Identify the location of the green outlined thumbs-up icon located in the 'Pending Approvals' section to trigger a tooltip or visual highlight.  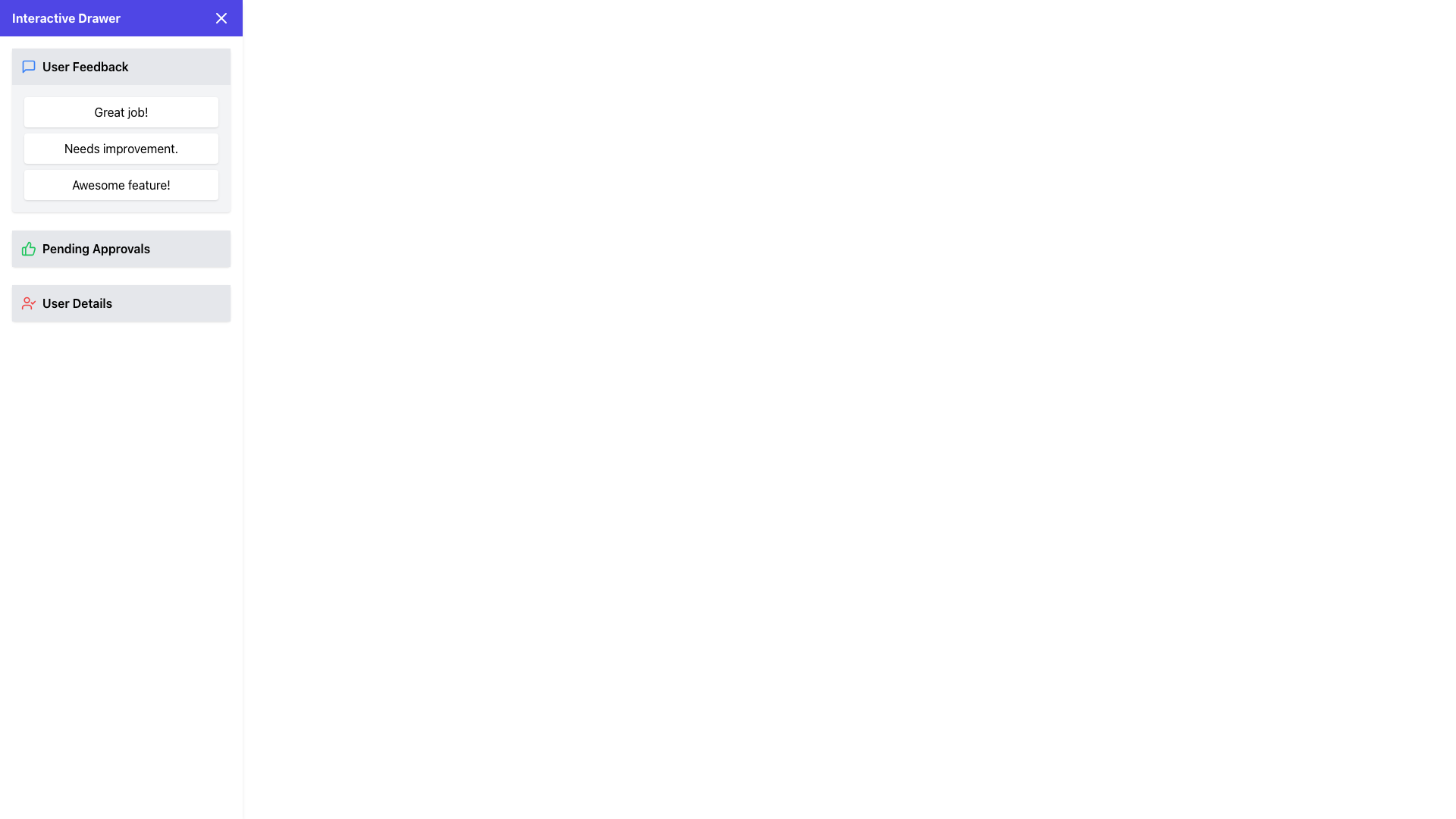
(29, 247).